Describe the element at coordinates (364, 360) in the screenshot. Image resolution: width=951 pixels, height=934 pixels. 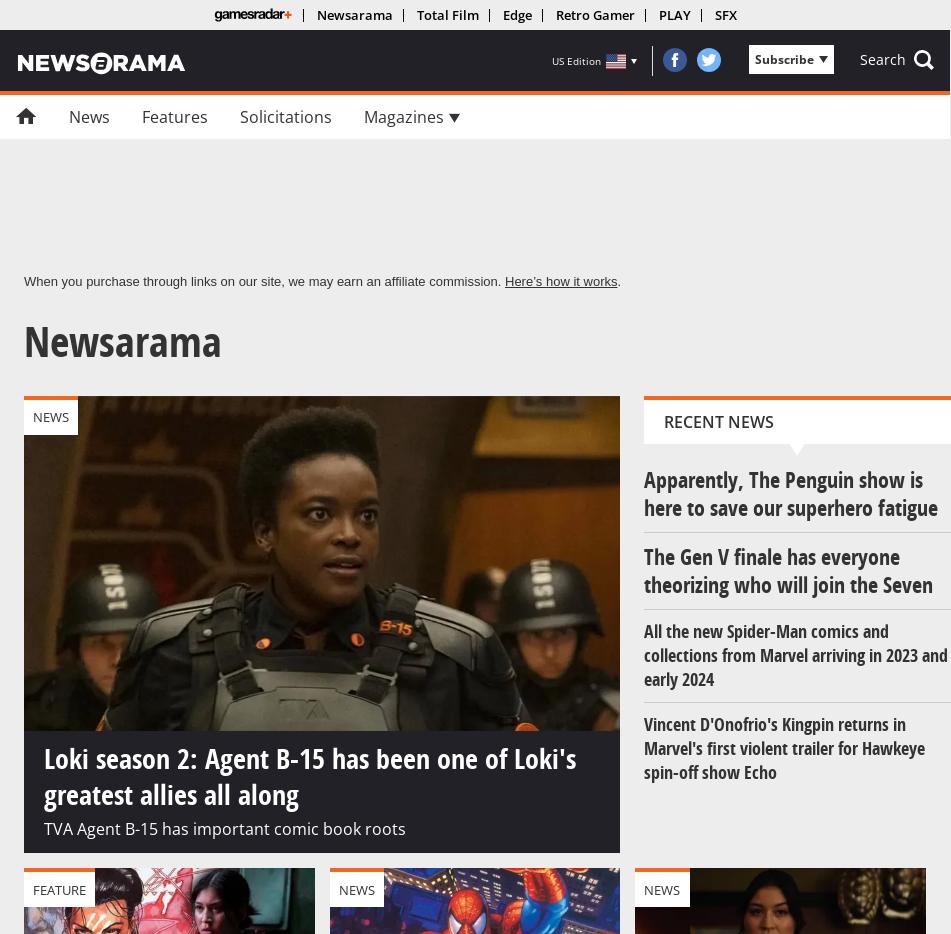
I see `'$12.99'` at that location.